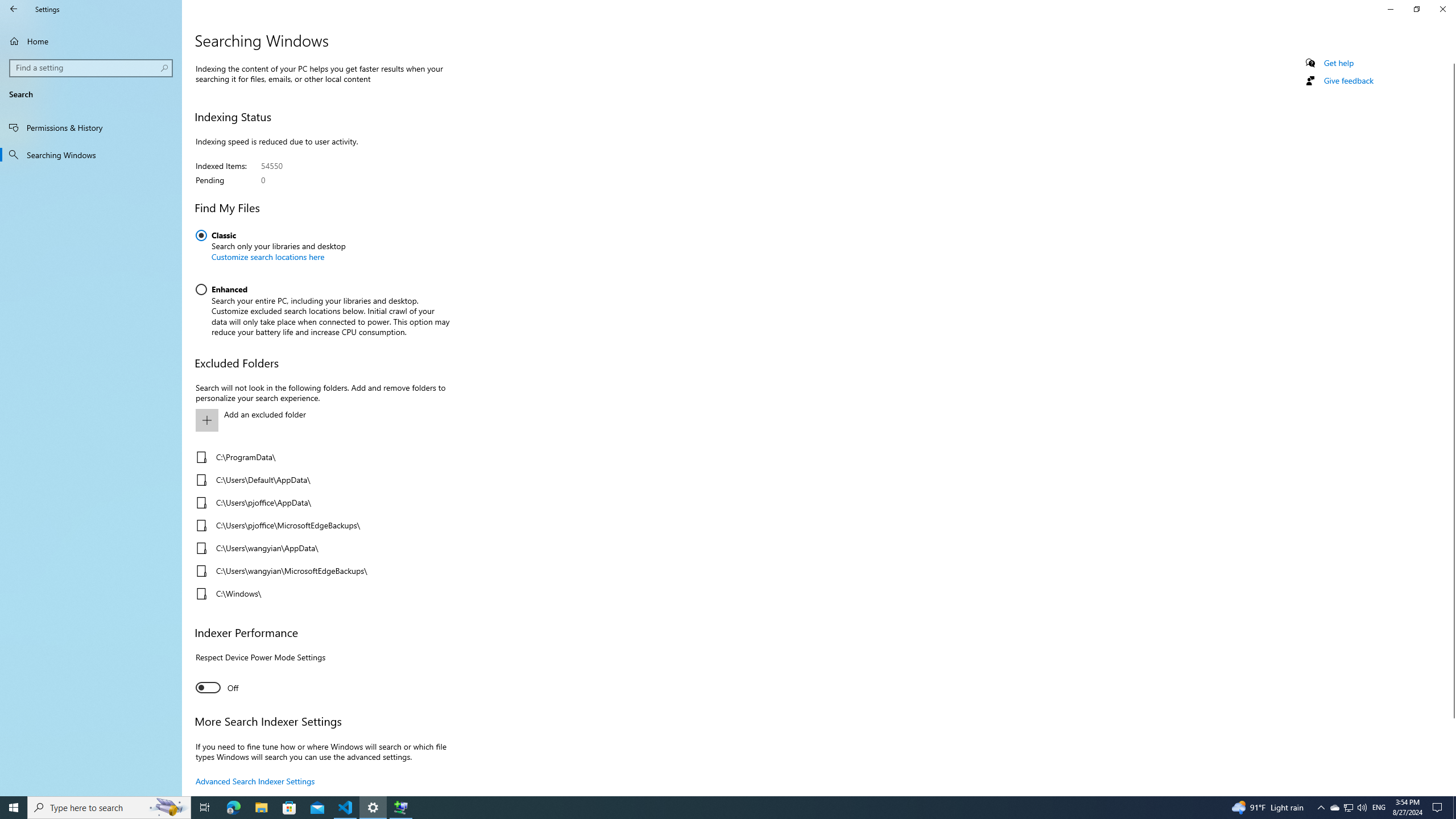 This screenshot has width=1456, height=819. Describe the element at coordinates (1451, 752) in the screenshot. I see `'Vertical Large Increase'` at that location.